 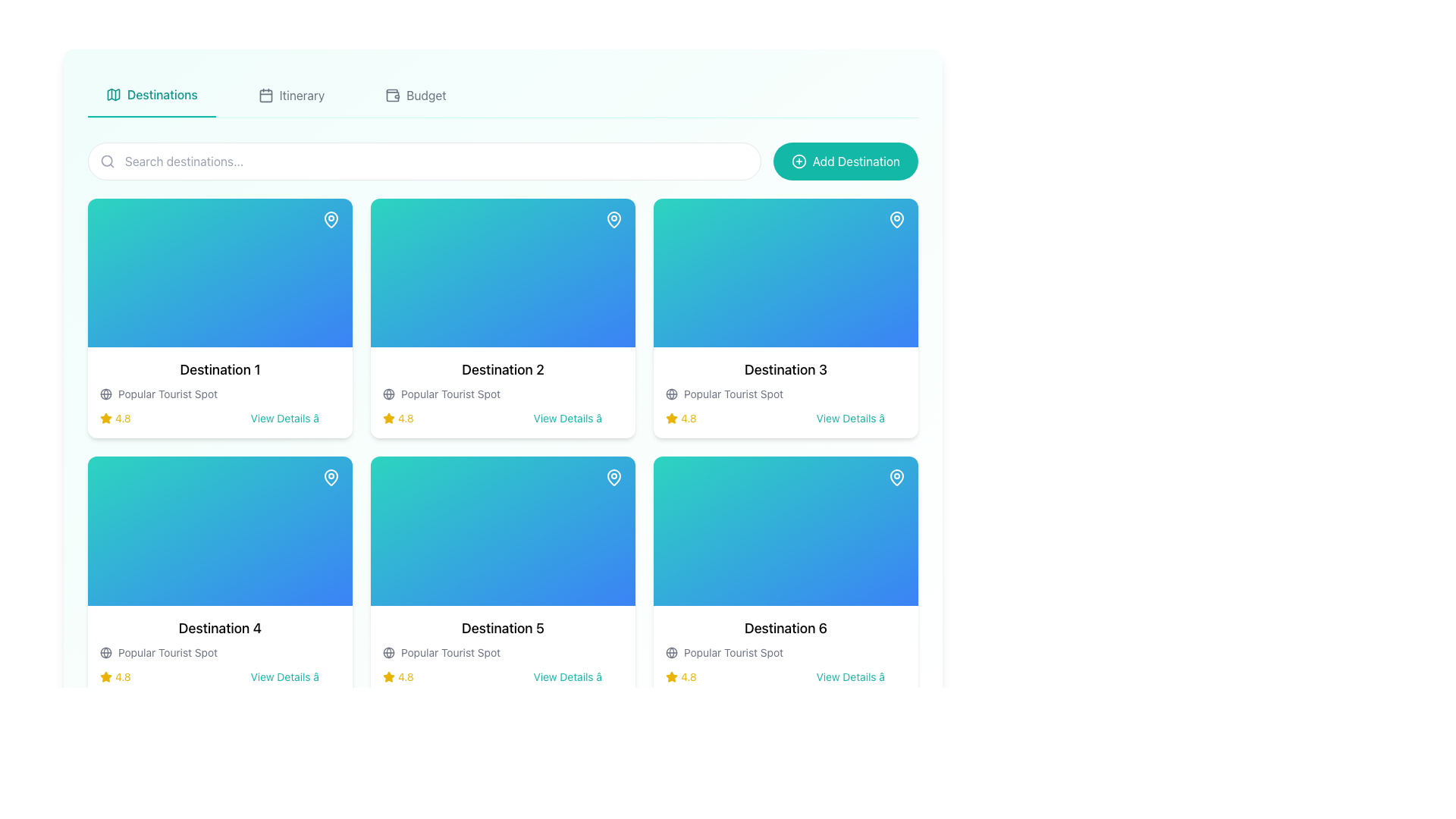 What do you see at coordinates (406, 419) in the screenshot?
I see `the numerical rating text associated with the item, which is located to the right of the yellow star icon in the rating display at the bottom-left corner of the 'Destination 1' card` at bounding box center [406, 419].